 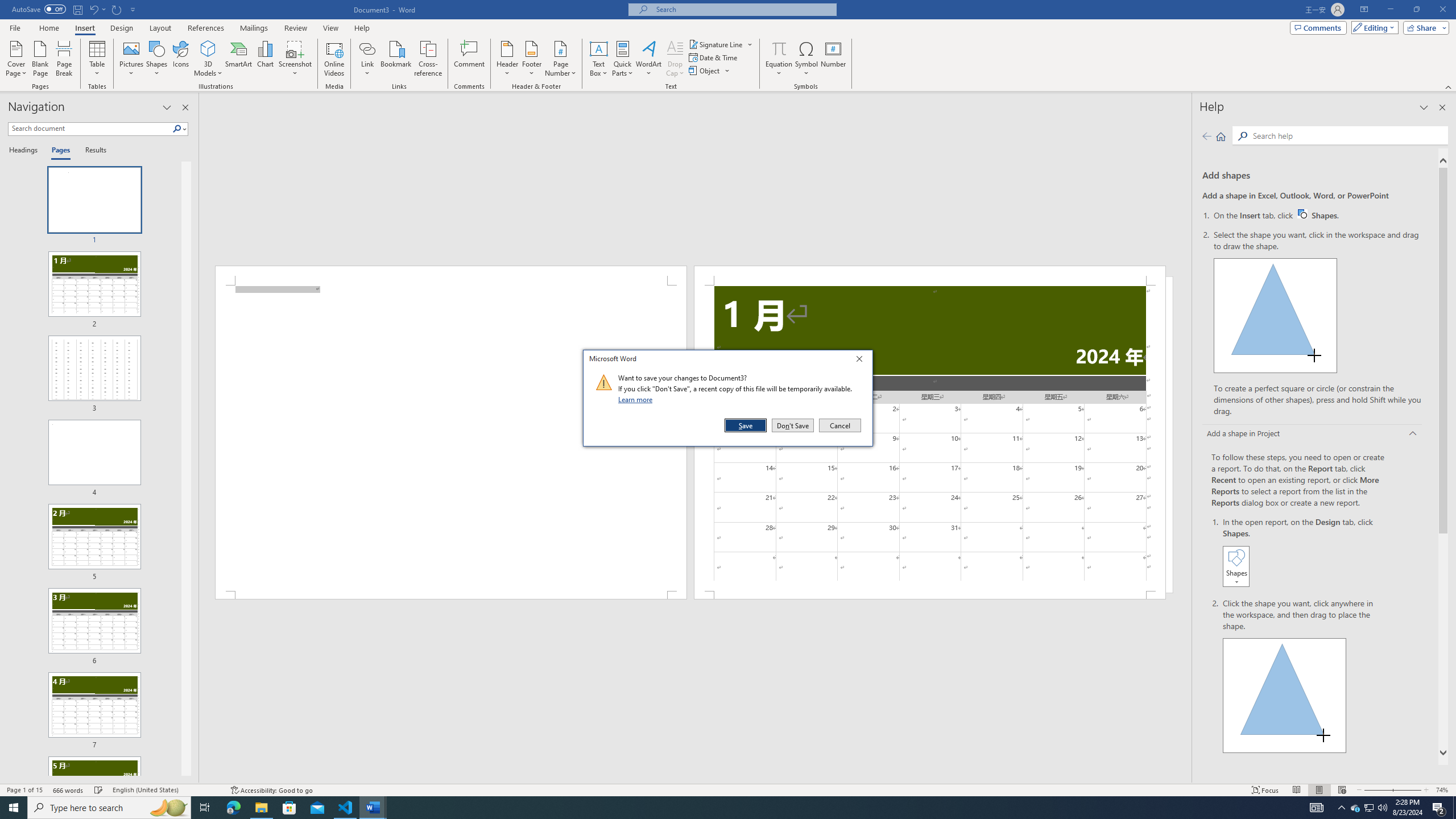 I want to click on 'Blank Page', so click(x=40, y=59).